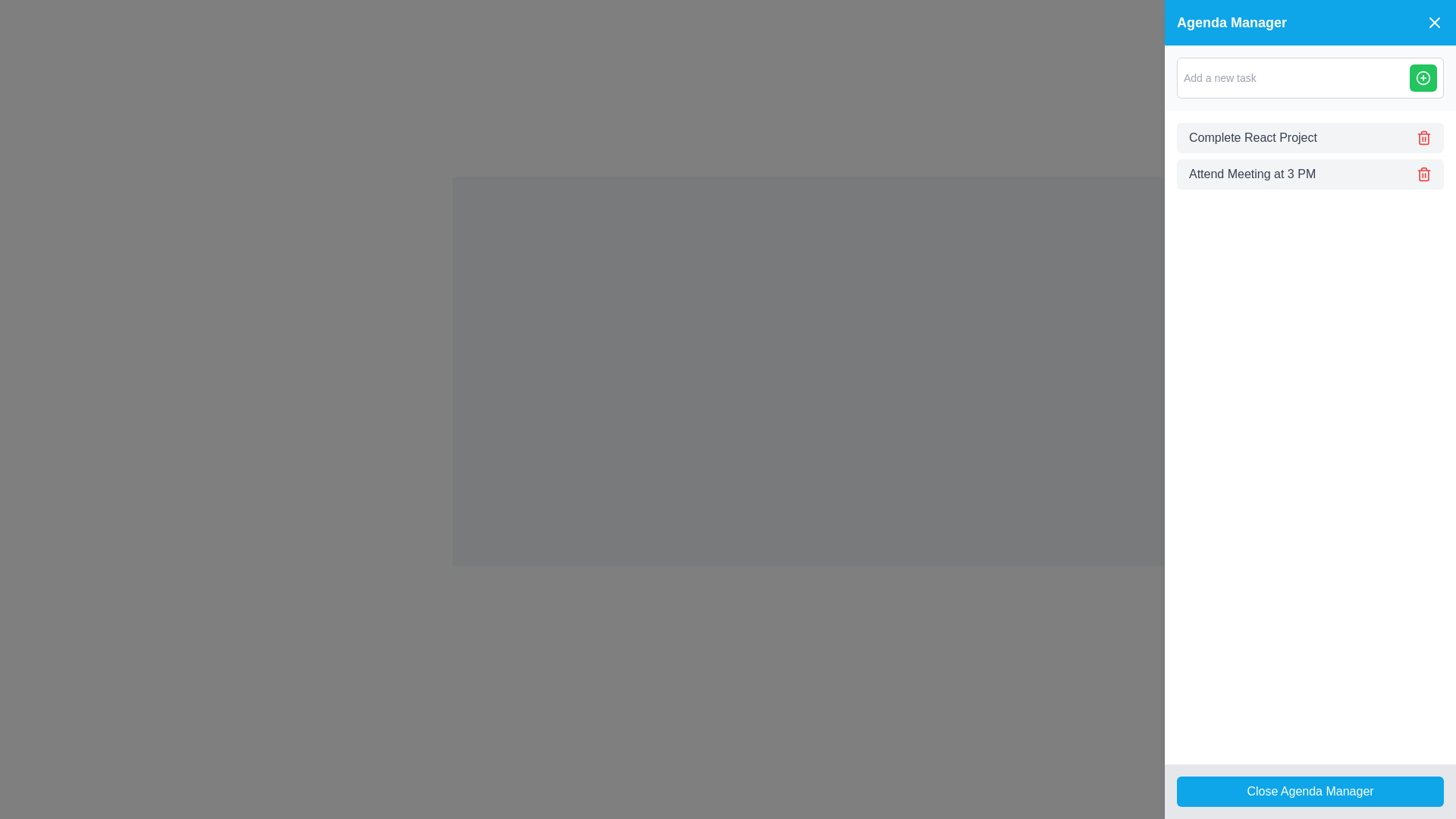 Image resolution: width=1456 pixels, height=819 pixels. I want to click on the Task list item labeled 'Complete React Project' in the Agenda Manager panel, which has a light gray background and a trash icon for deletion, so click(1310, 137).